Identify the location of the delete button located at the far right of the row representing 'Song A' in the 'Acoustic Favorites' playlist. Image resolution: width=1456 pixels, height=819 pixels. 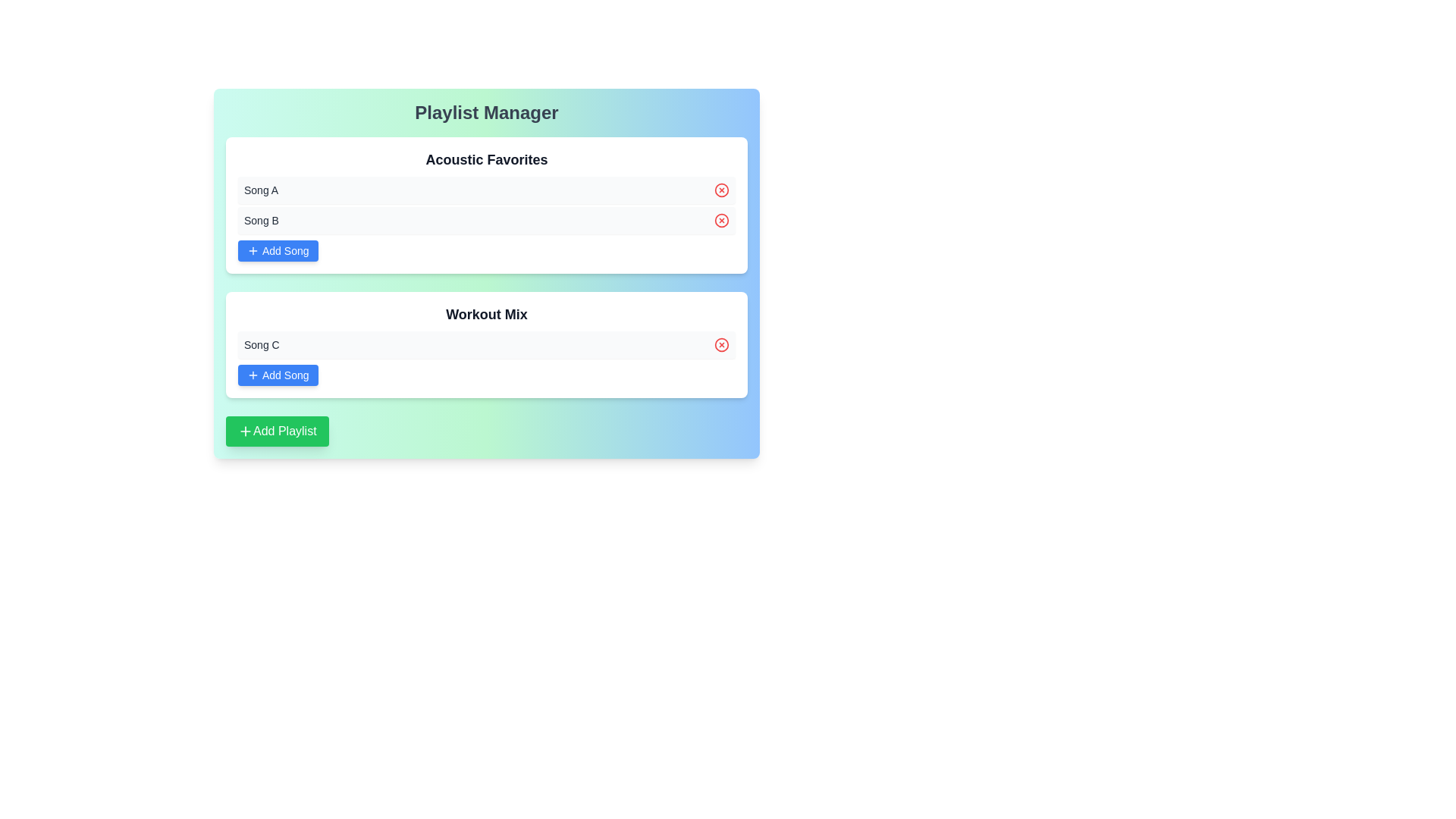
(720, 189).